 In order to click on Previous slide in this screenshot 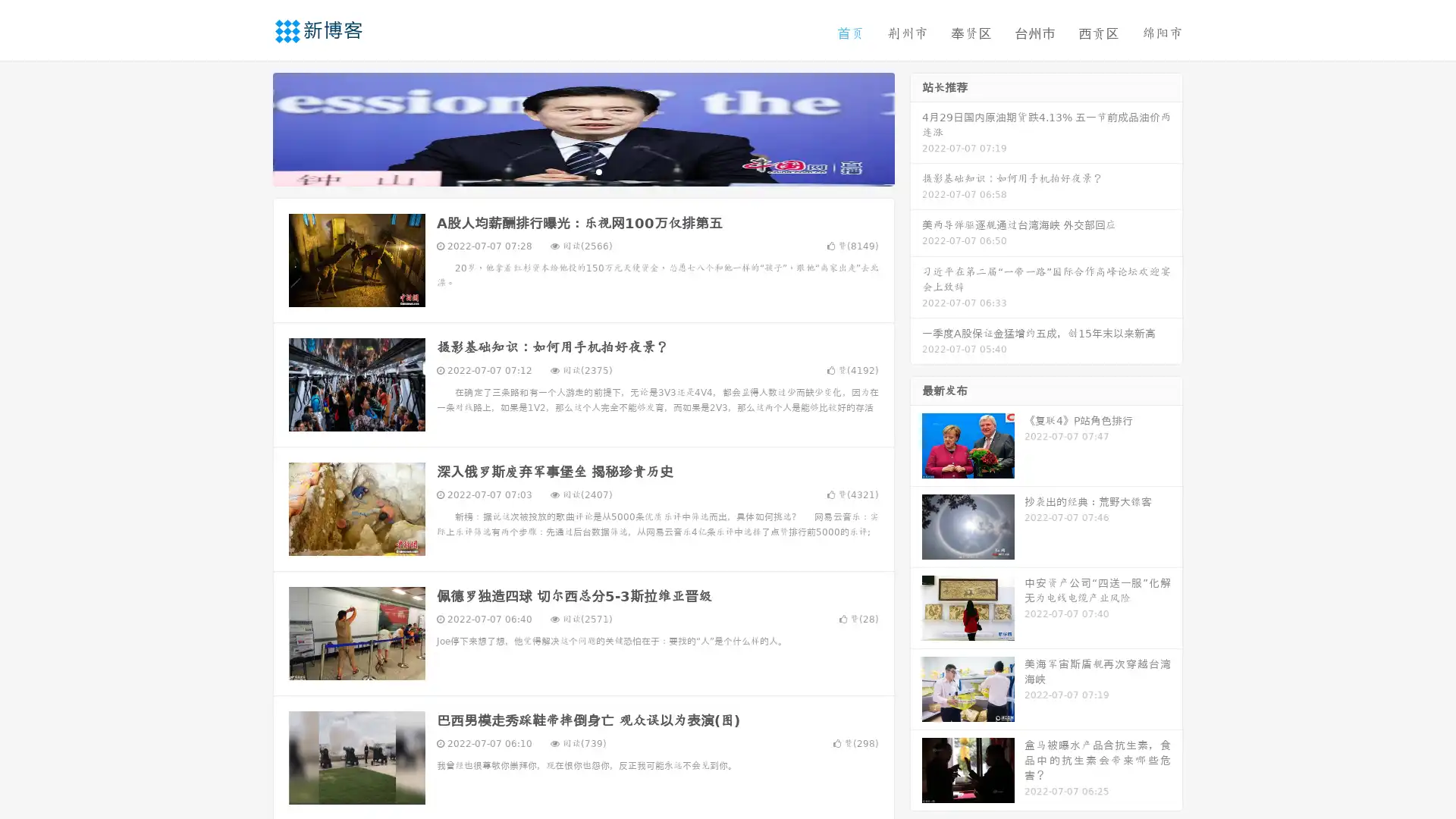, I will do `click(250, 127)`.